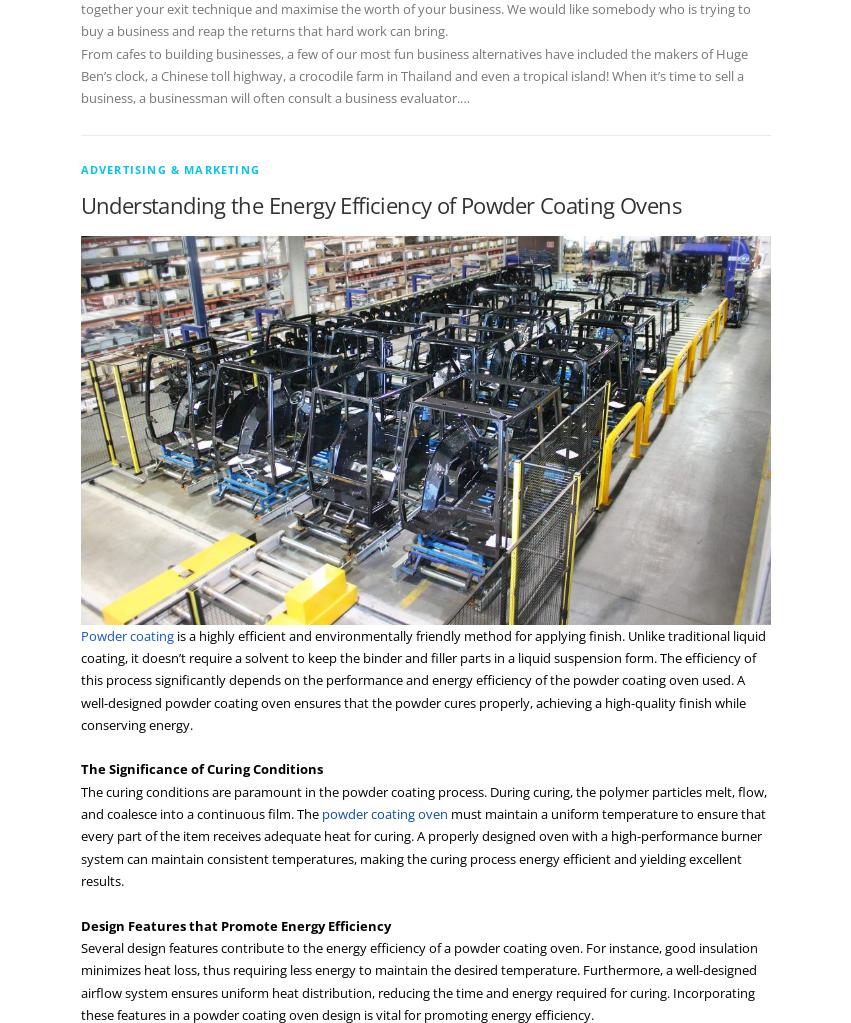  I want to click on 'Powder coating', so click(126, 634).